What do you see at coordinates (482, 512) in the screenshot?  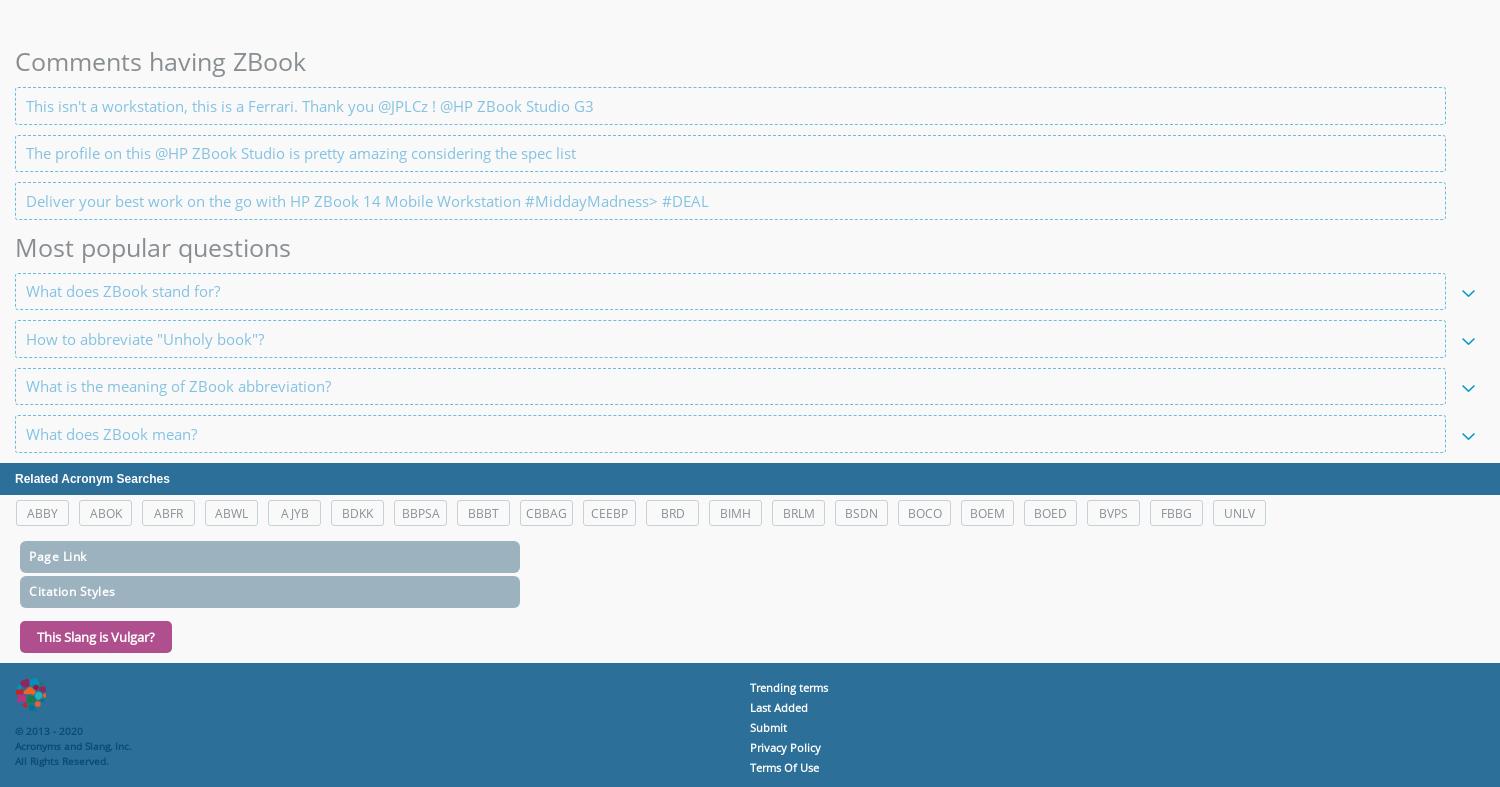 I see `'BBBT'` at bounding box center [482, 512].